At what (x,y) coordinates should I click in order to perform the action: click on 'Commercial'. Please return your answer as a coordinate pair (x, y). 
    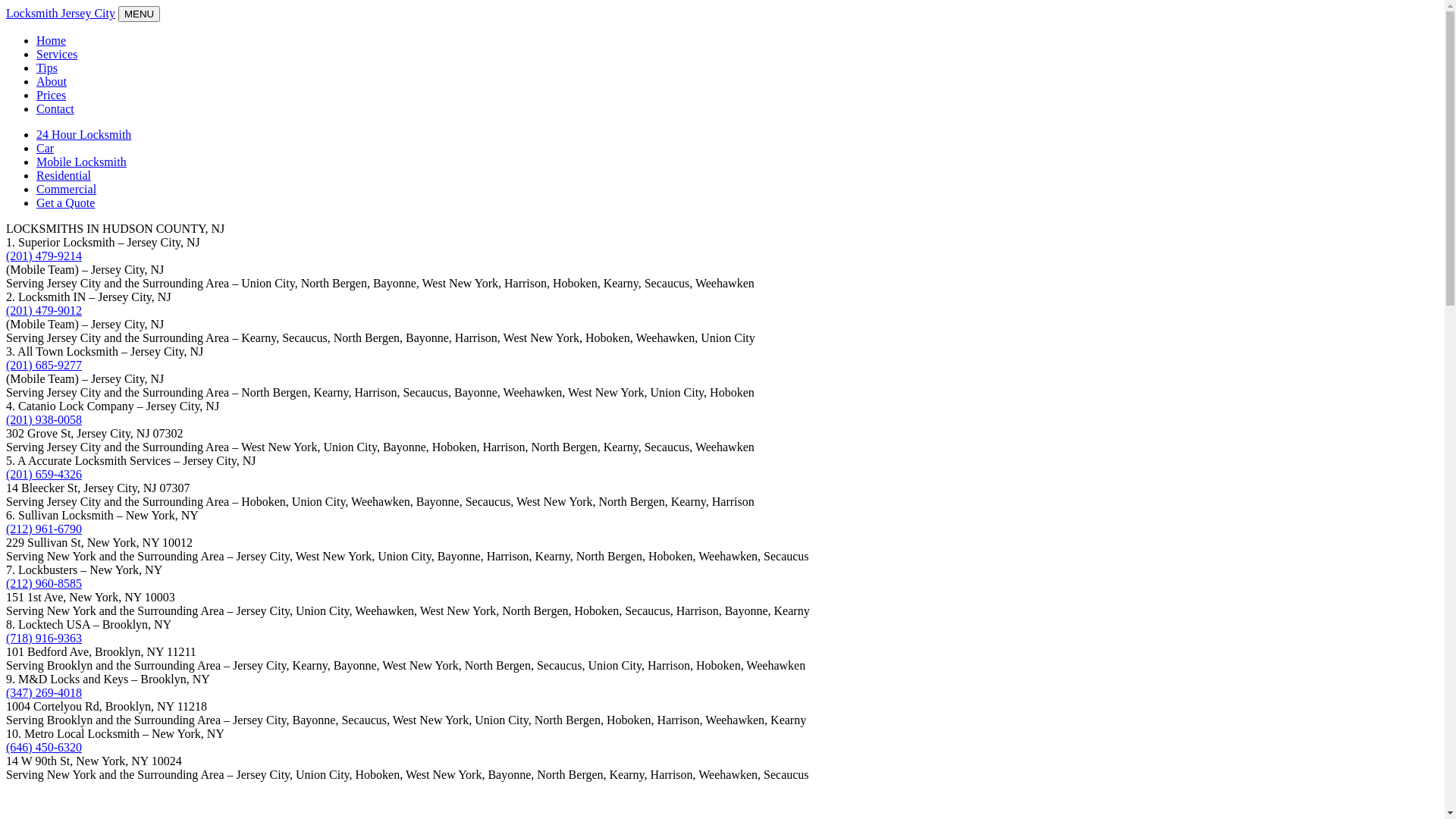
    Looking at the image, I should click on (36, 188).